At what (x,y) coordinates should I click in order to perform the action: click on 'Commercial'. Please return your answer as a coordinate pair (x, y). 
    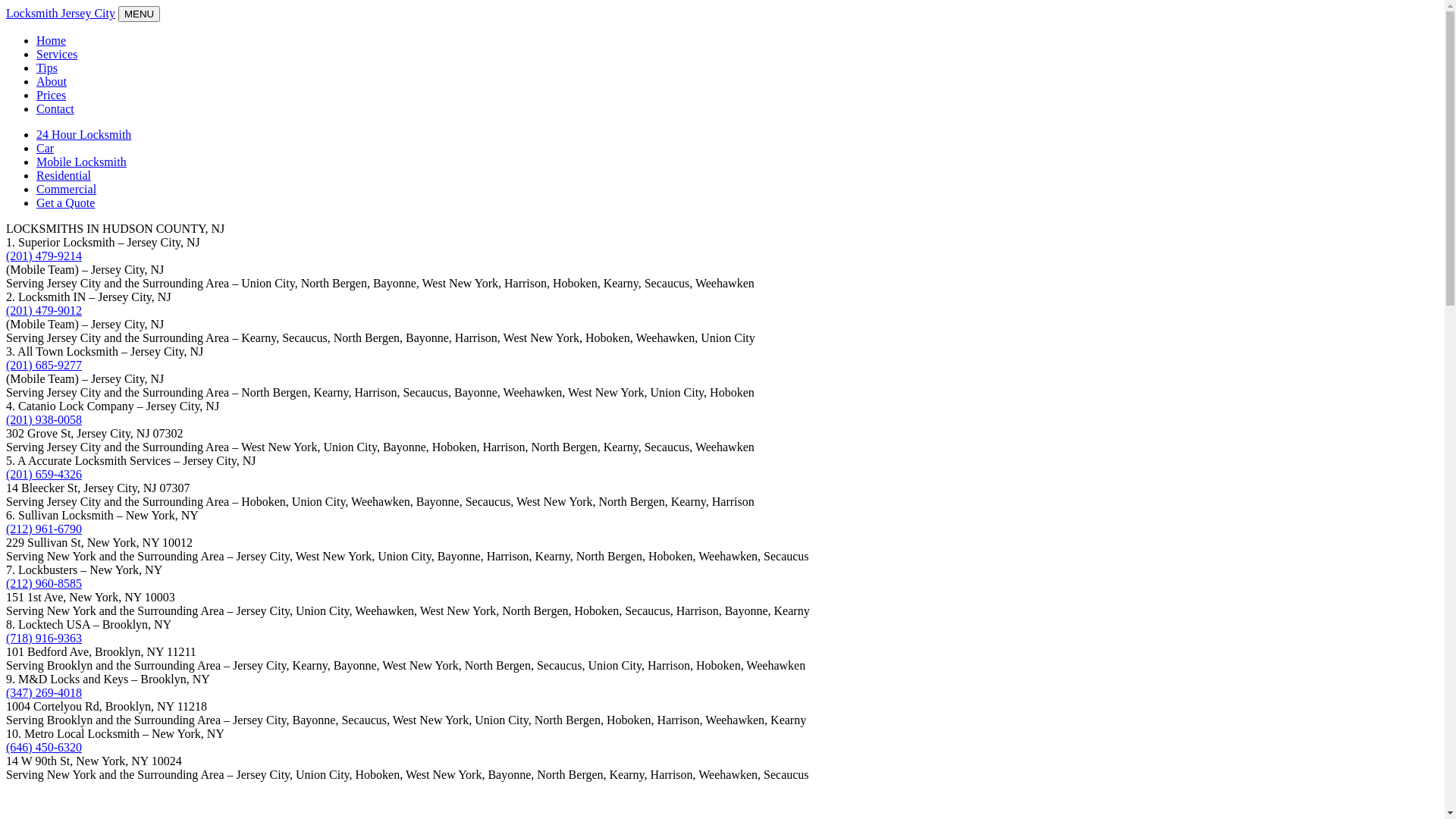
    Looking at the image, I should click on (36, 188).